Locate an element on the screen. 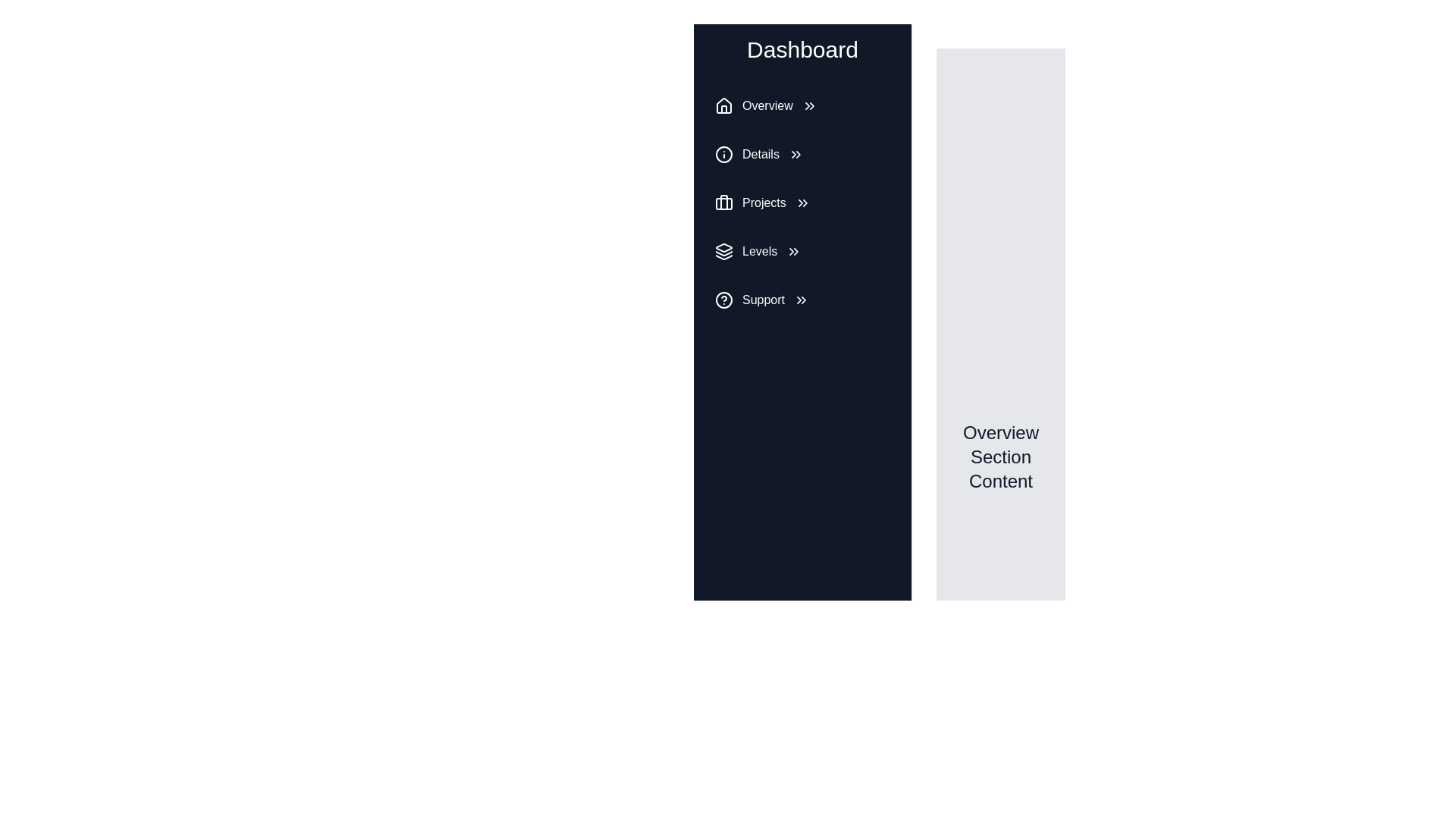 The height and width of the screenshot is (819, 1456). the 'Projects' text label located in the vertical sidebar menu is located at coordinates (764, 202).